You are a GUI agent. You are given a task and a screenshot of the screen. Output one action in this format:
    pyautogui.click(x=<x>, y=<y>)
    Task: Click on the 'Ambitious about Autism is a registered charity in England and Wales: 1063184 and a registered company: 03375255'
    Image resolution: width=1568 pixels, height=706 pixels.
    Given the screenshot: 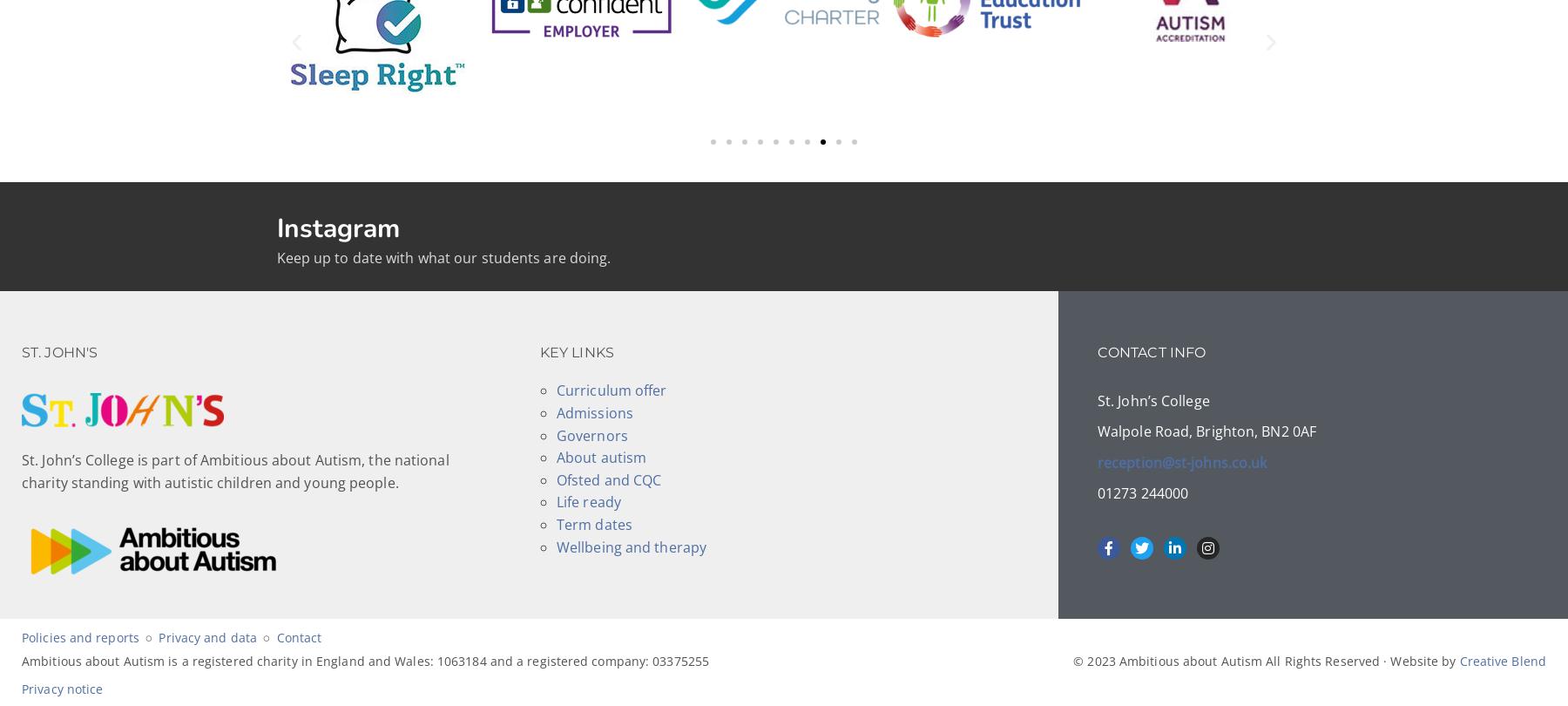 What is the action you would take?
    pyautogui.click(x=365, y=660)
    